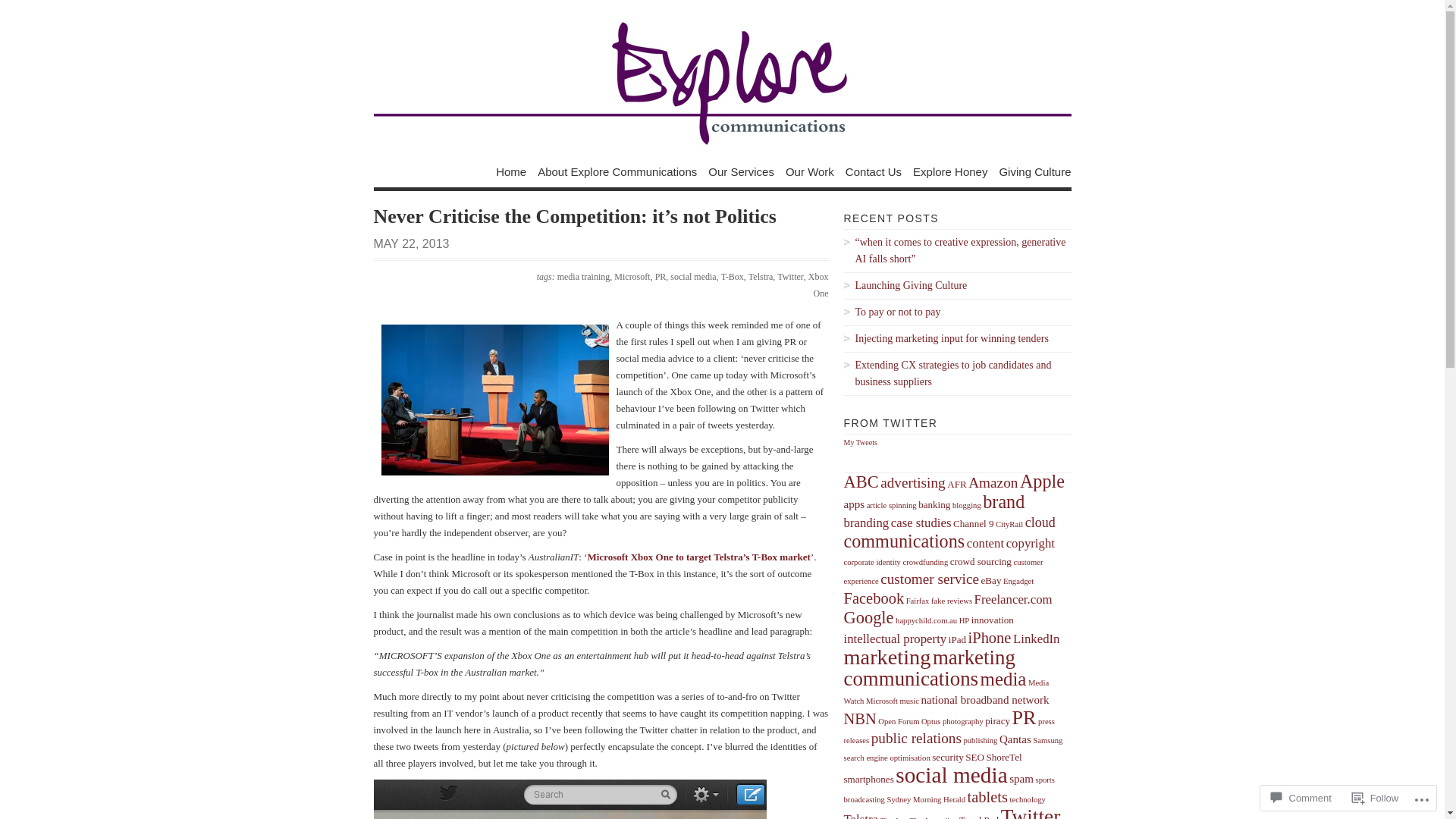  I want to click on 'copyright', so click(1030, 542).